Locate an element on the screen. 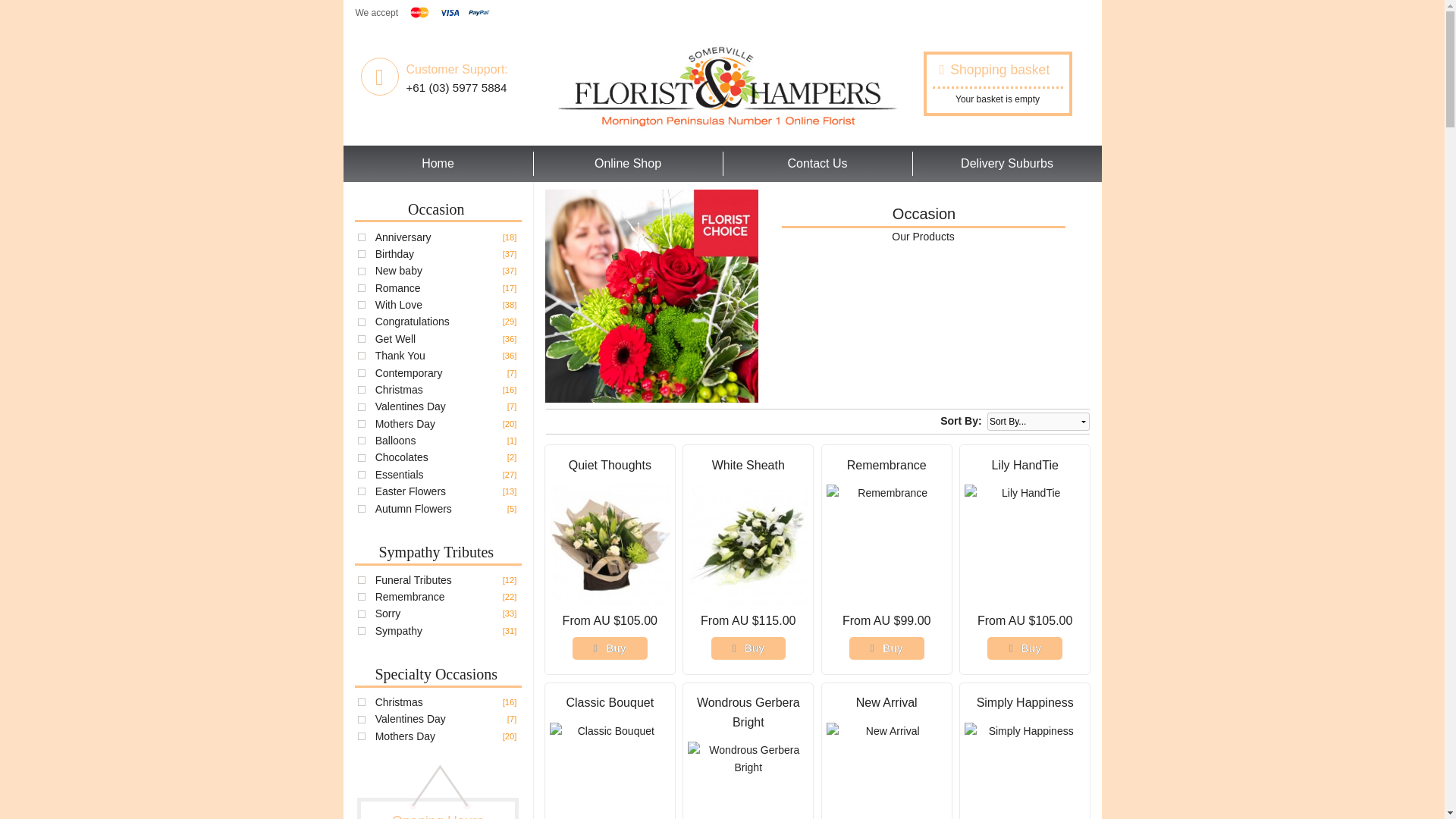 The width and height of the screenshot is (1456, 819). '  Buy' is located at coordinates (610, 648).